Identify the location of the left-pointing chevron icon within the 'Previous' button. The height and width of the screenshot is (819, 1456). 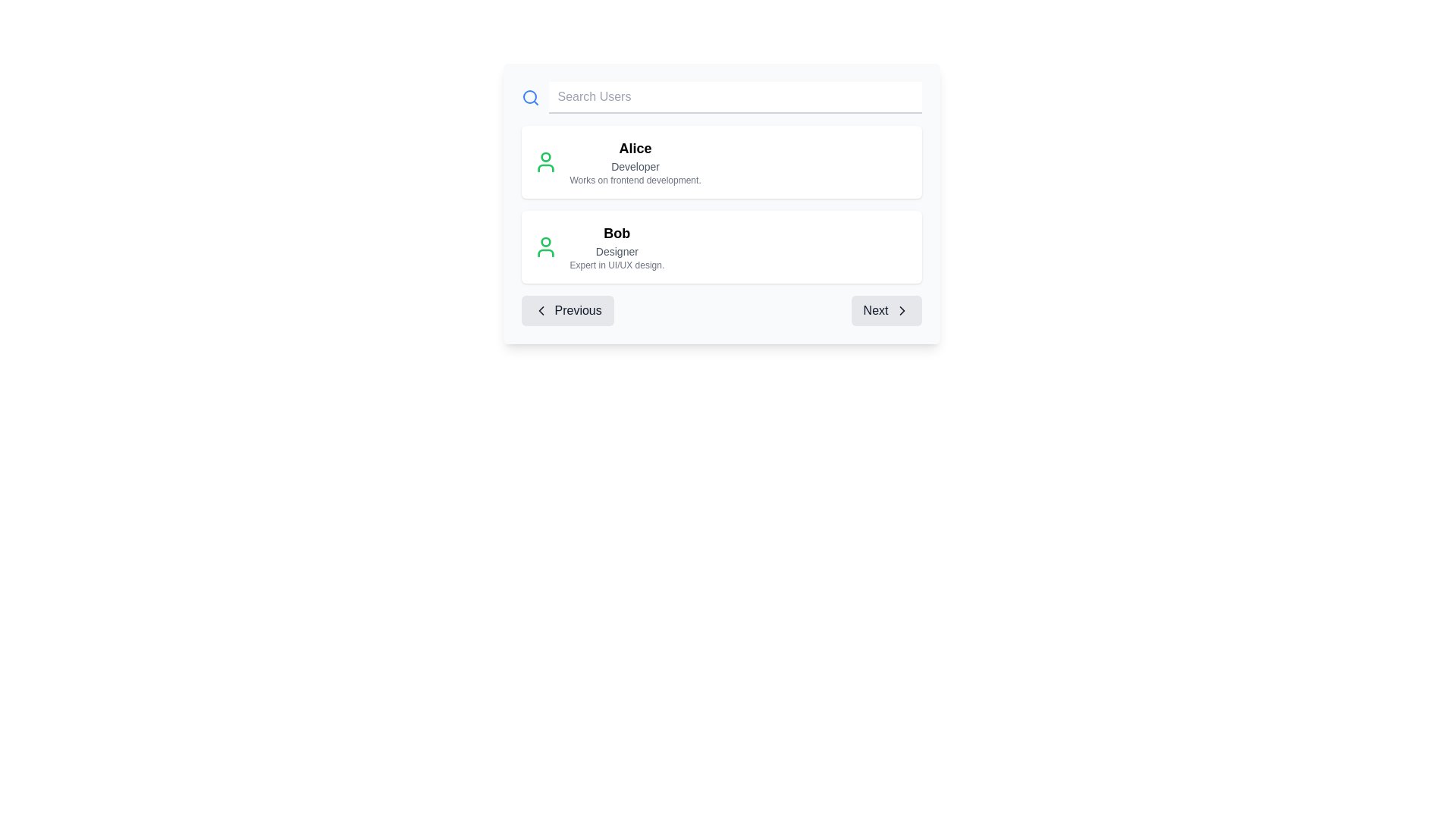
(541, 309).